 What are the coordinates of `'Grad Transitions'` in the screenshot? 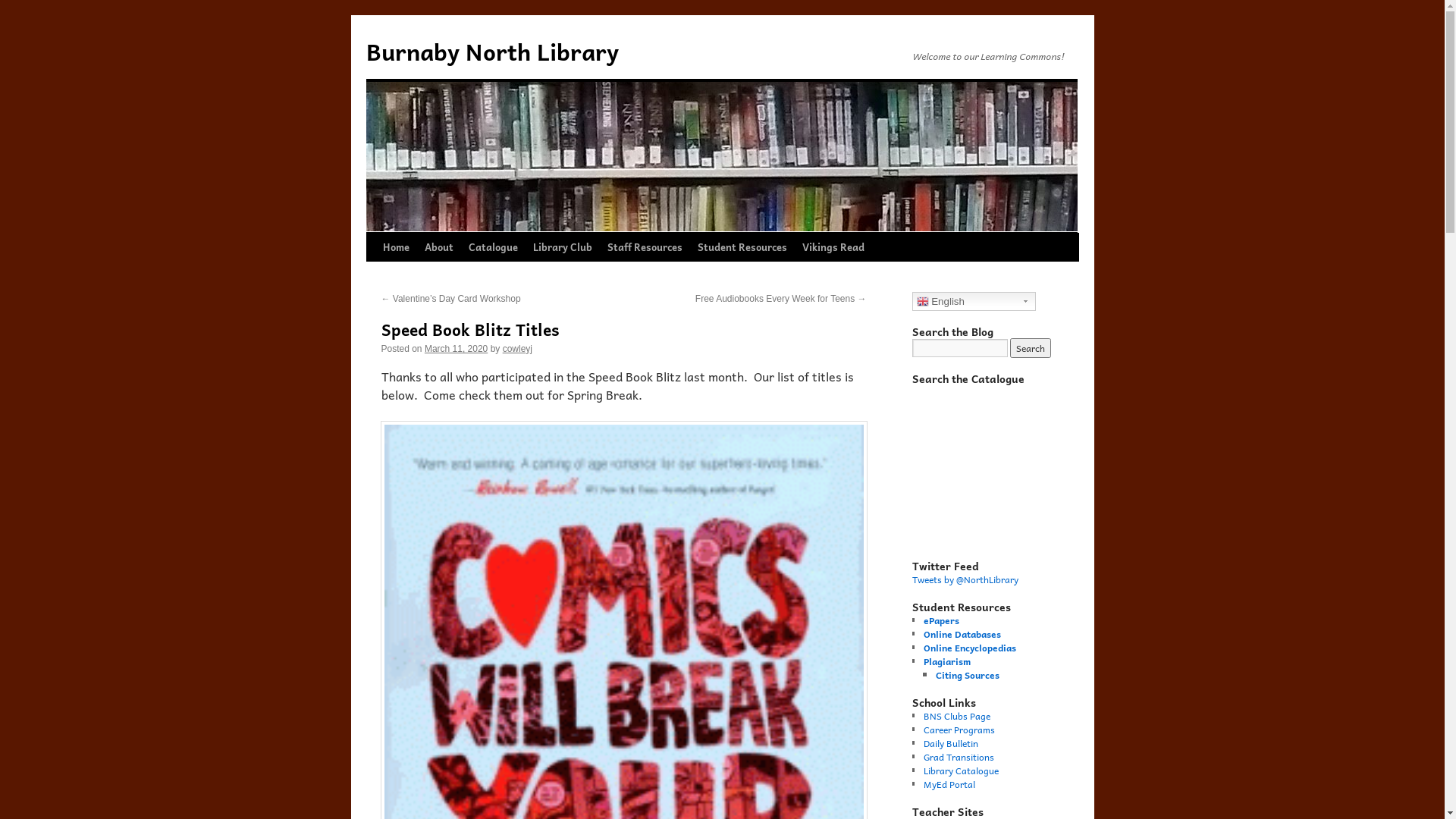 It's located at (958, 757).